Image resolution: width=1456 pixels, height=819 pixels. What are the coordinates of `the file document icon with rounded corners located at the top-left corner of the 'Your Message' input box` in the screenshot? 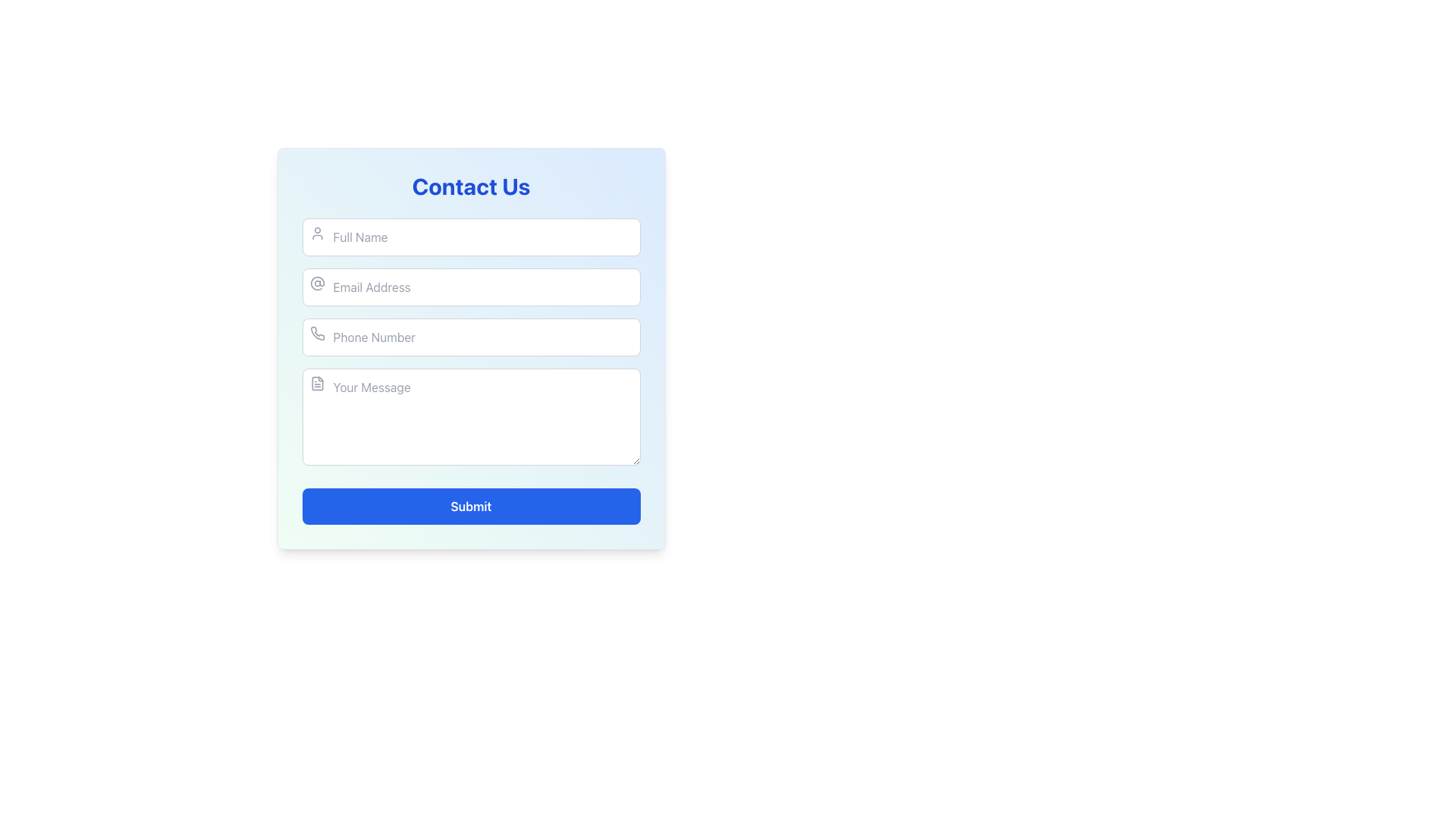 It's located at (316, 382).